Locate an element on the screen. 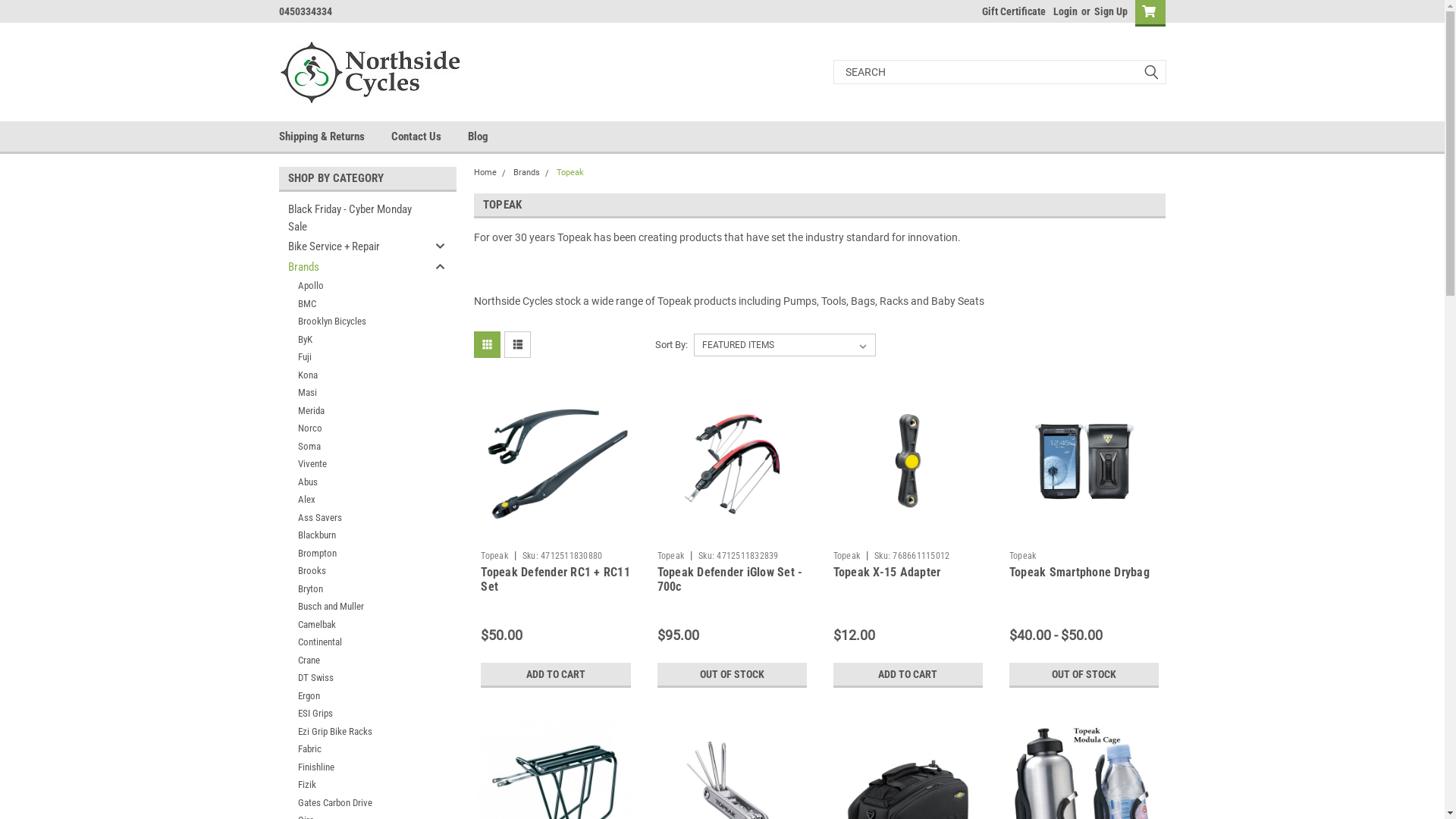  'Topeak Defender RC1 + RC11 Set' is located at coordinates (554, 460).